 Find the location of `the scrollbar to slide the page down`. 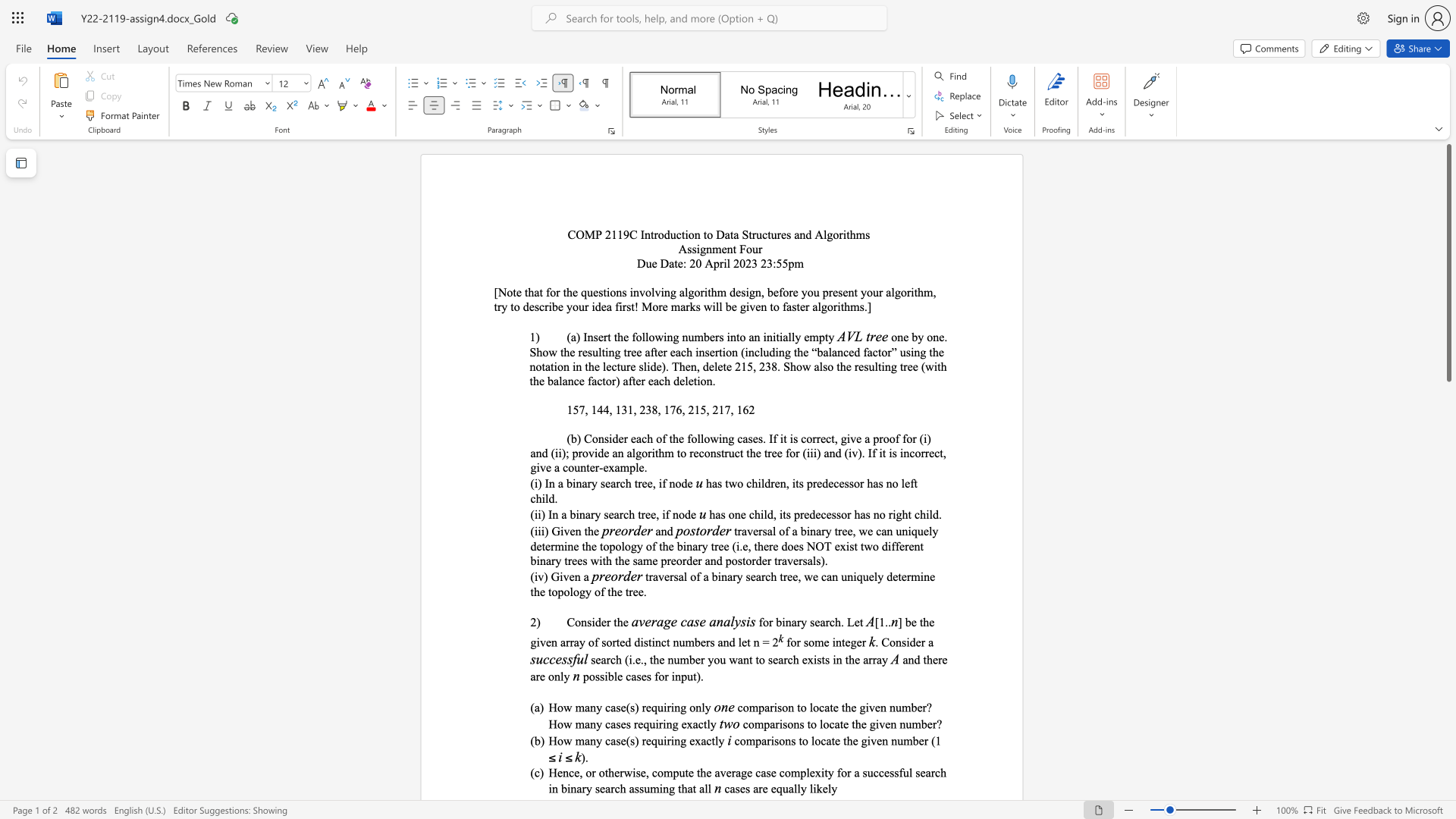

the scrollbar to slide the page down is located at coordinates (1448, 553).